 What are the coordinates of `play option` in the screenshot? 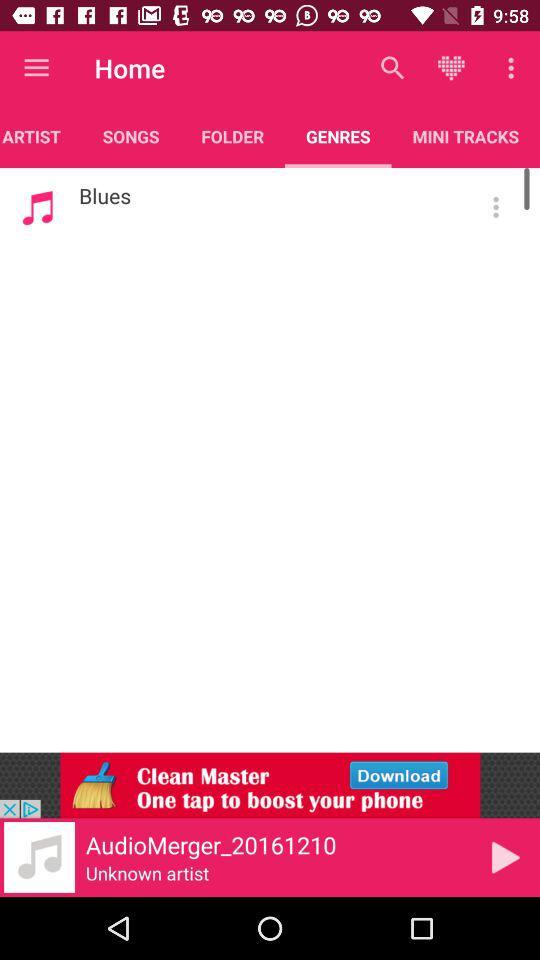 It's located at (504, 856).